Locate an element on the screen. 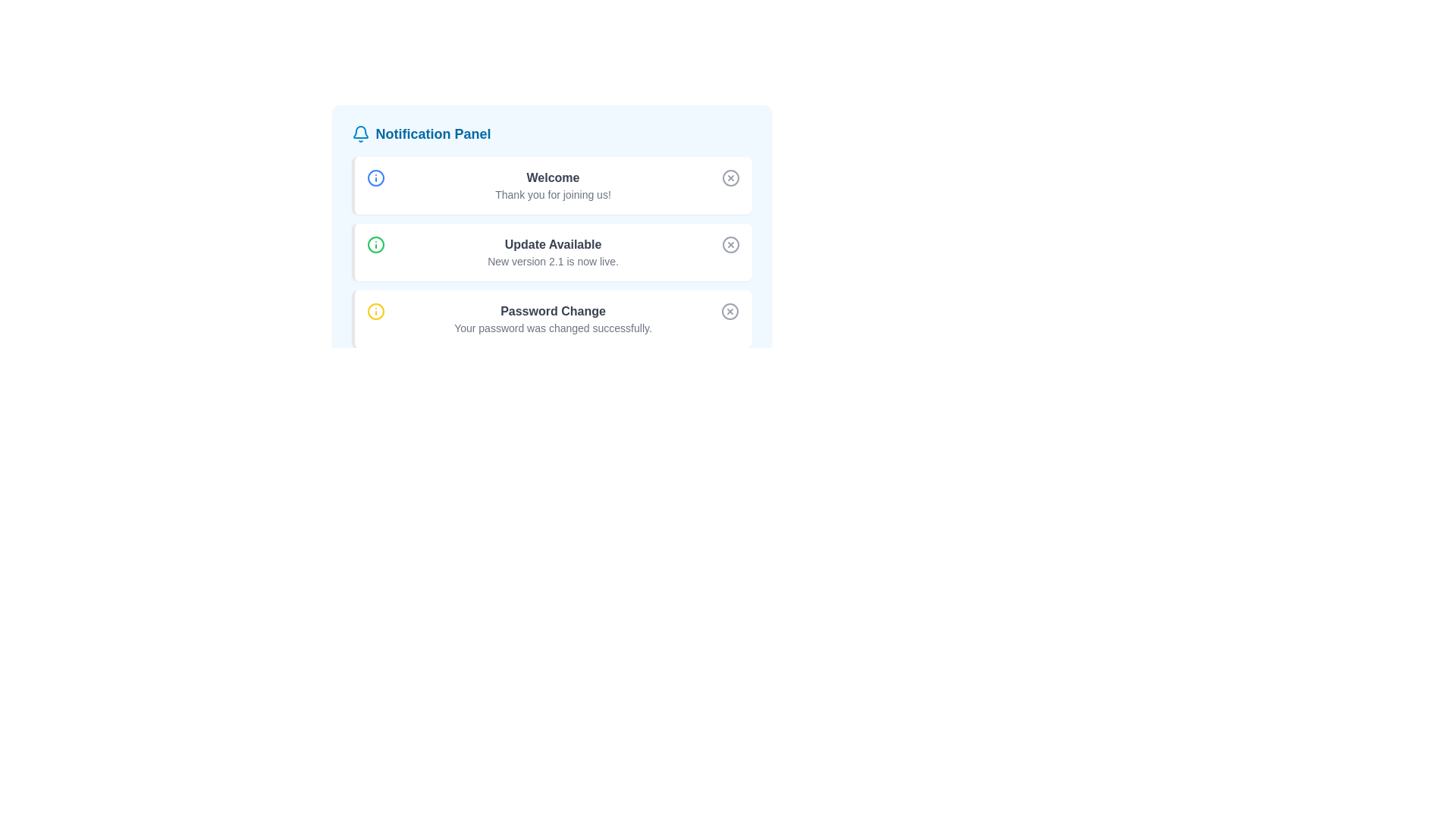  information displayed in the notification text element that shows 'Update Available' and 'New version 2.1 is now live.' is located at coordinates (552, 251).